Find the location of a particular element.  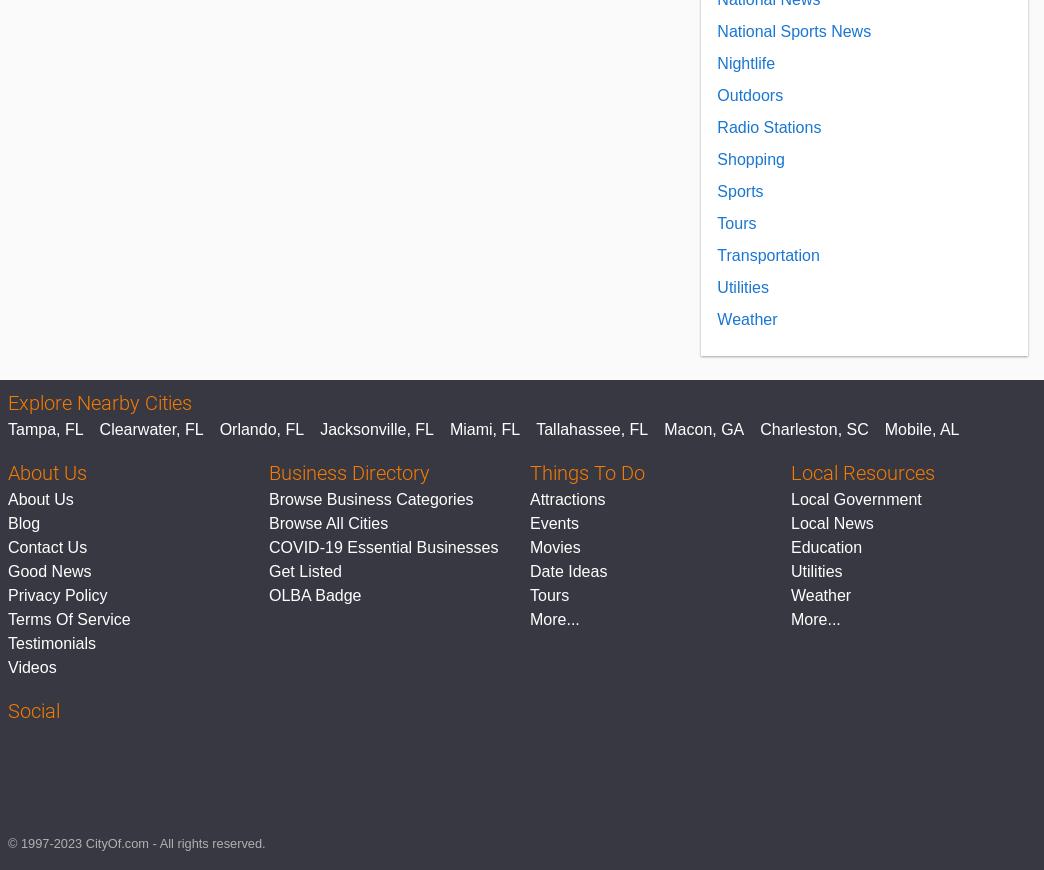

'Tampa, FL' is located at coordinates (7, 429).